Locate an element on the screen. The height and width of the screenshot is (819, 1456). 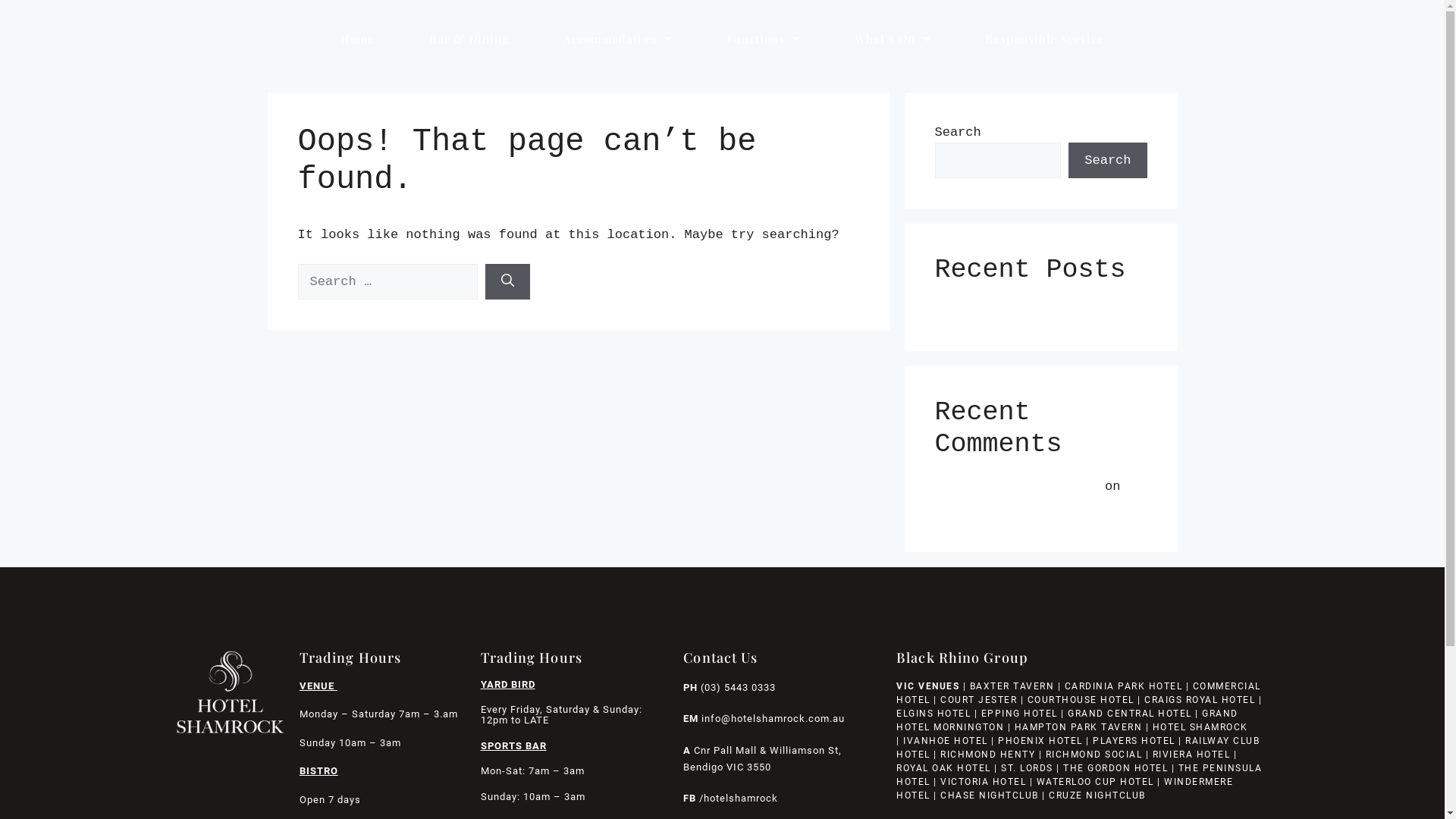
'ELGINS HOTEL' is located at coordinates (932, 714).